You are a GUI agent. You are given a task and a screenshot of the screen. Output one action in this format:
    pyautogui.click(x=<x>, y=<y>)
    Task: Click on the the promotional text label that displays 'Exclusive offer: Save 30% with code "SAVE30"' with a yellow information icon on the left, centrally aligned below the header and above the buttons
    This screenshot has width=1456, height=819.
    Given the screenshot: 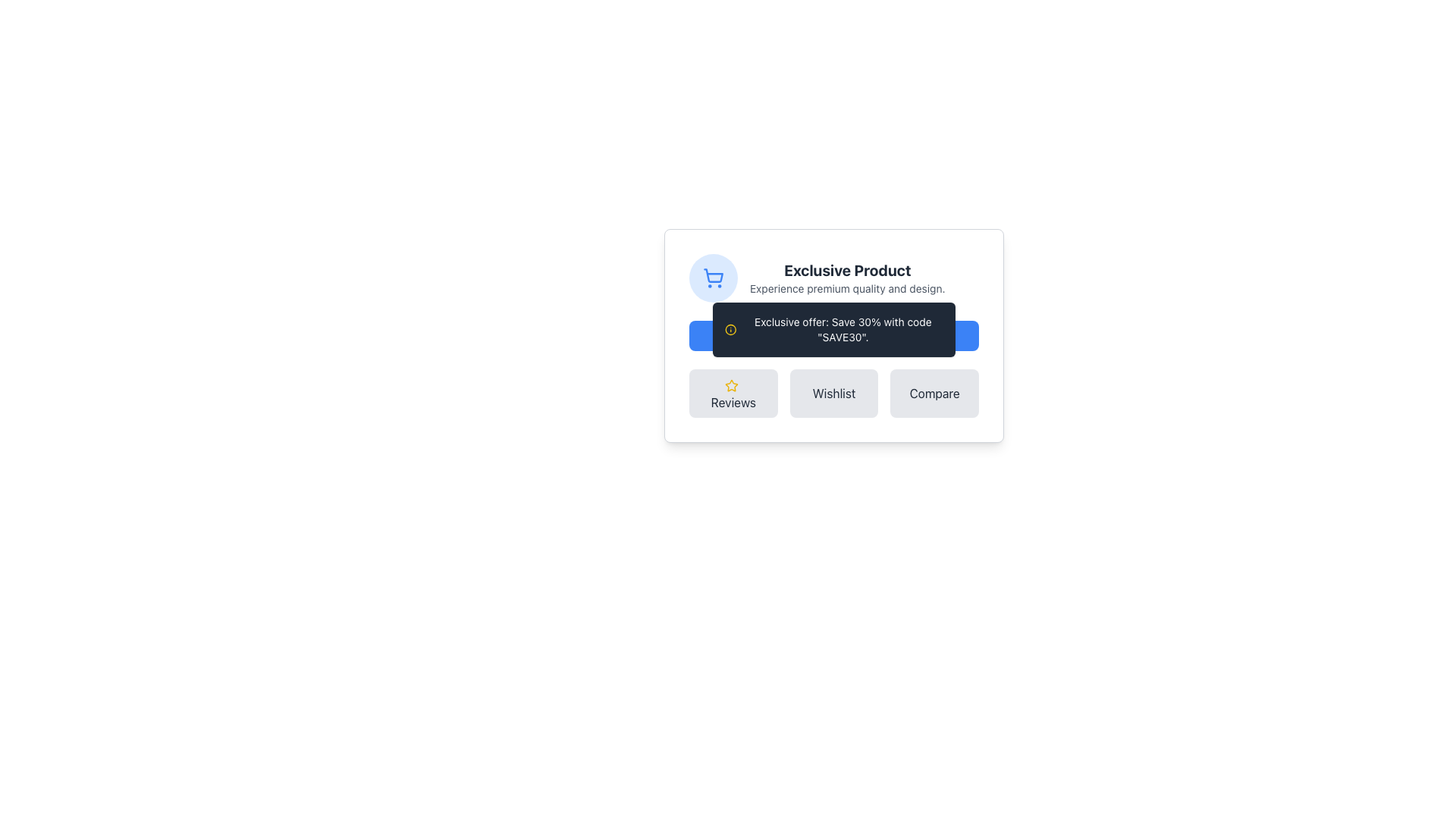 What is the action you would take?
    pyautogui.click(x=833, y=329)
    